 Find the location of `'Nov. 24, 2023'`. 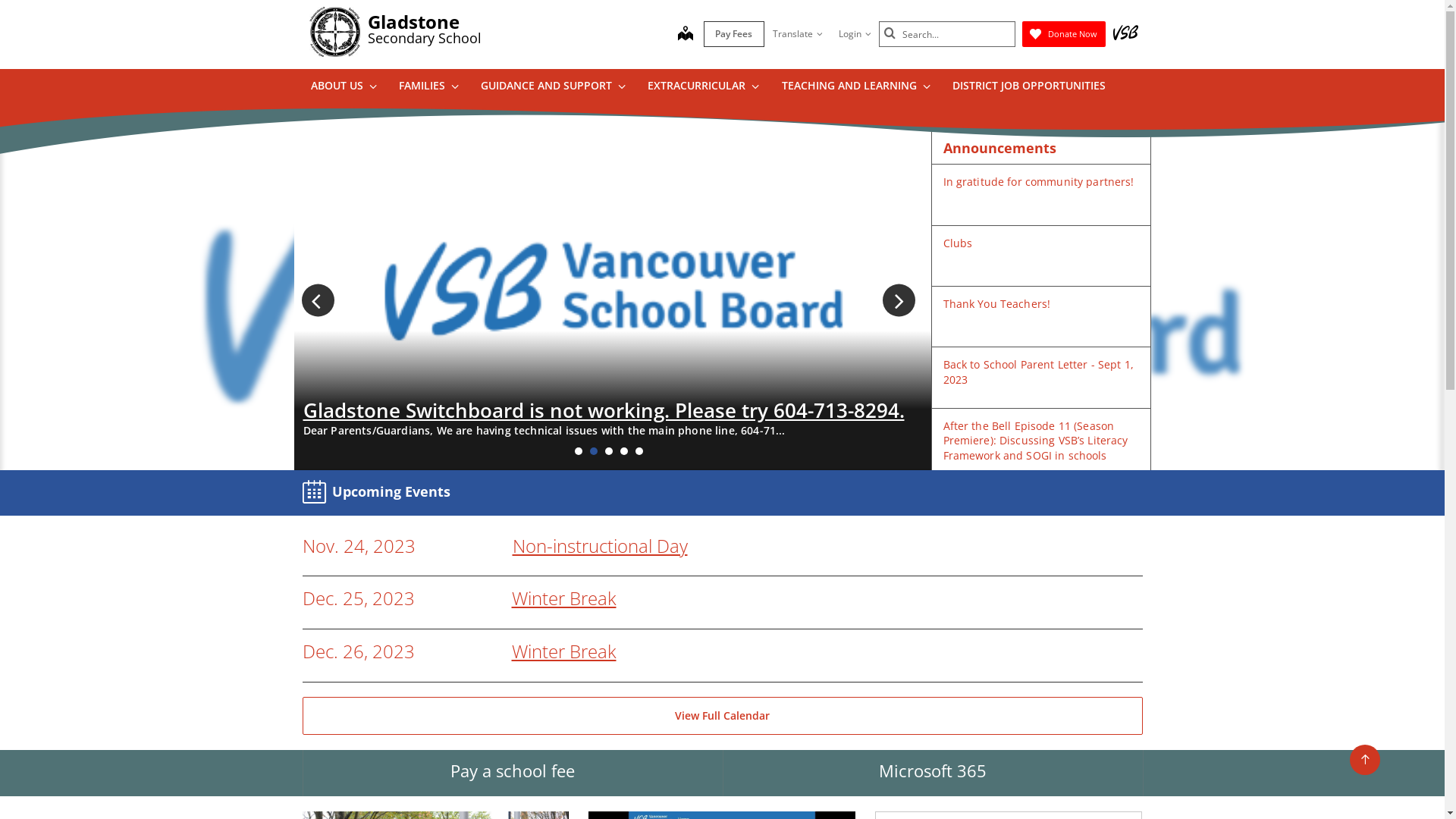

'Nov. 24, 2023' is located at coordinates (357, 546).